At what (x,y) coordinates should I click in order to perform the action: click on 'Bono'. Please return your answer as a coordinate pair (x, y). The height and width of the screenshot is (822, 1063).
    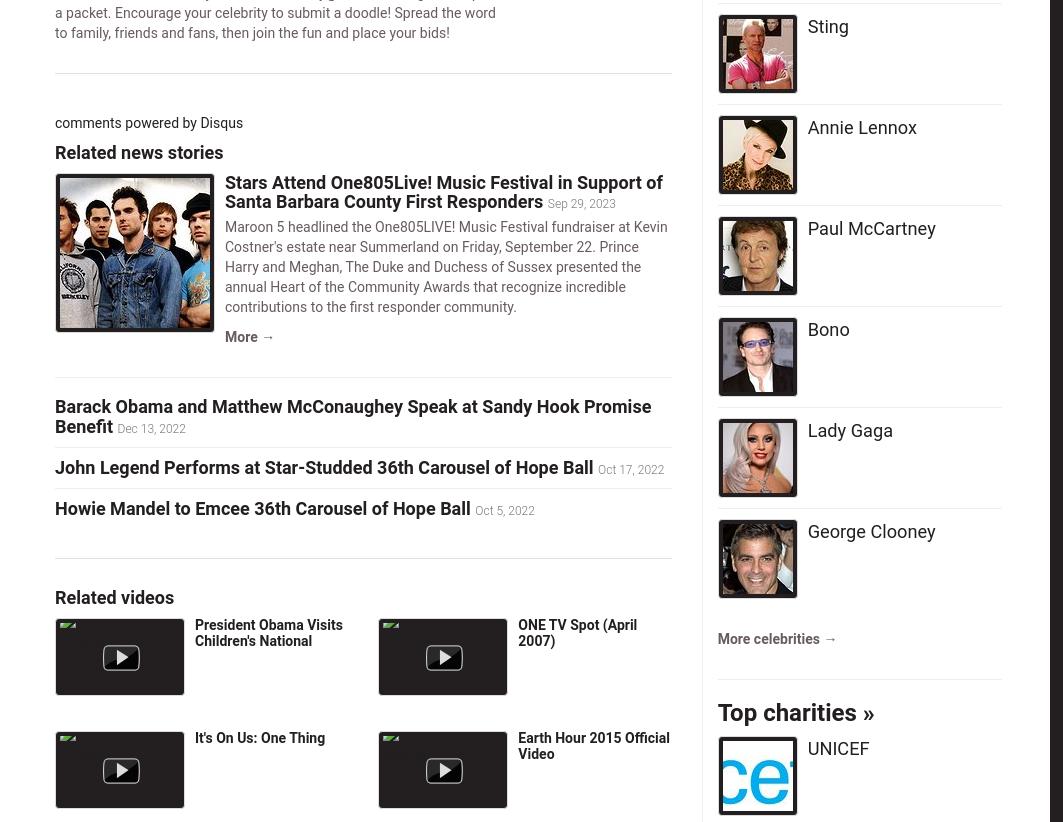
    Looking at the image, I should click on (826, 328).